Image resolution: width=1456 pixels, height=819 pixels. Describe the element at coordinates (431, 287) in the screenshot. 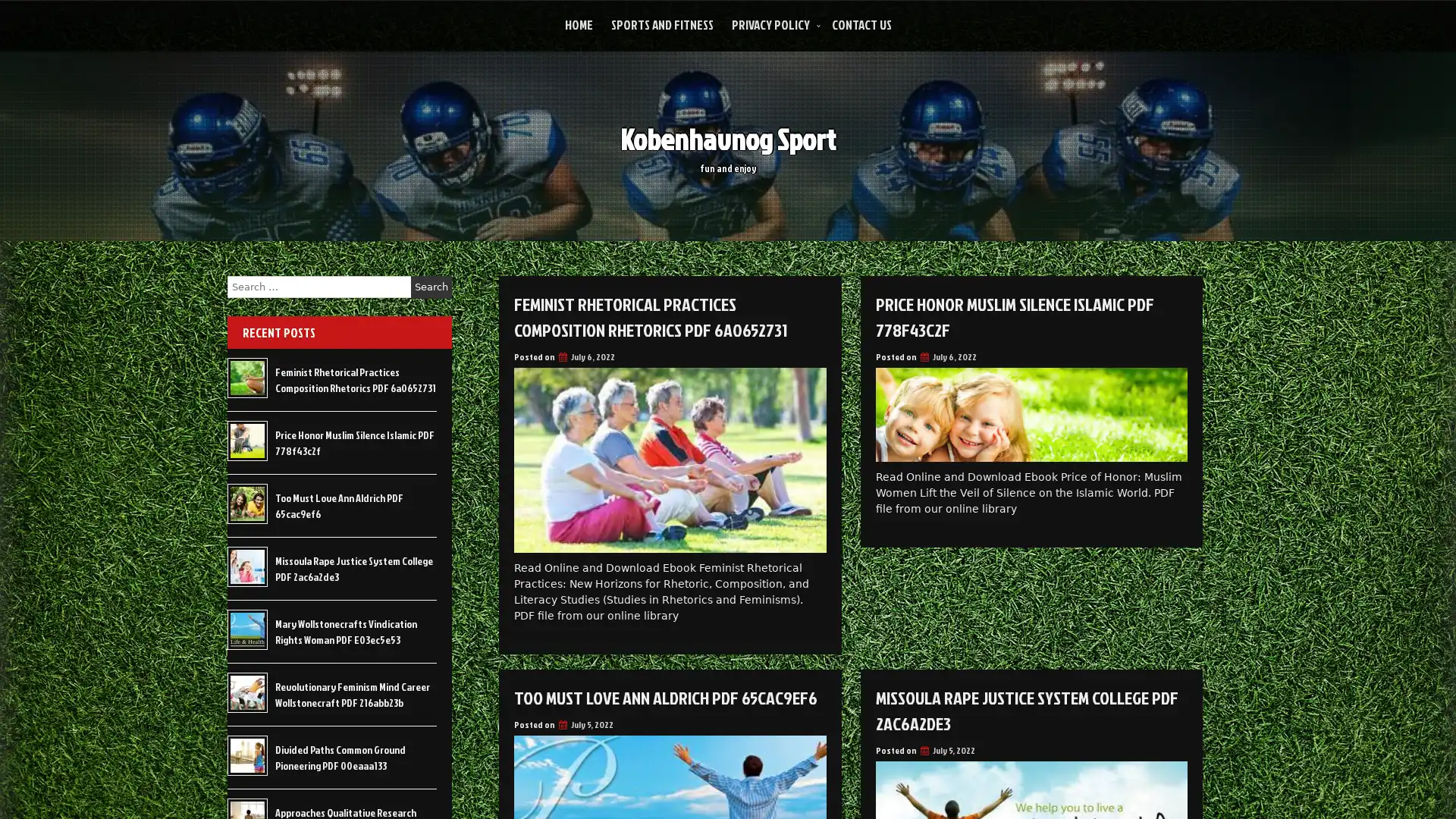

I see `Search` at that location.